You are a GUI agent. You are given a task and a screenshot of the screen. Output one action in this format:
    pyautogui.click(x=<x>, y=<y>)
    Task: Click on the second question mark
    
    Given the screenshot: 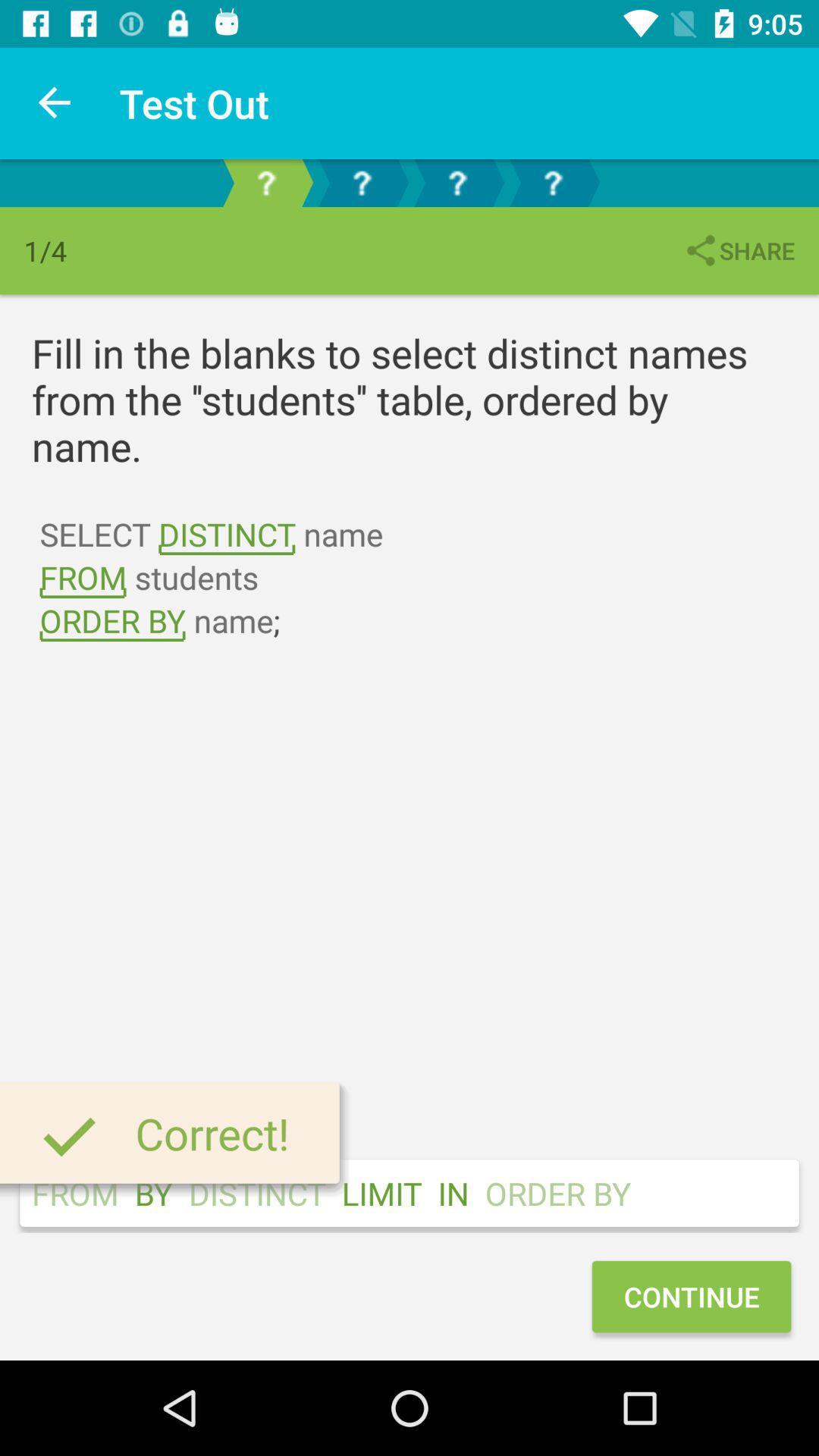 What is the action you would take?
    pyautogui.click(x=362, y=182)
    